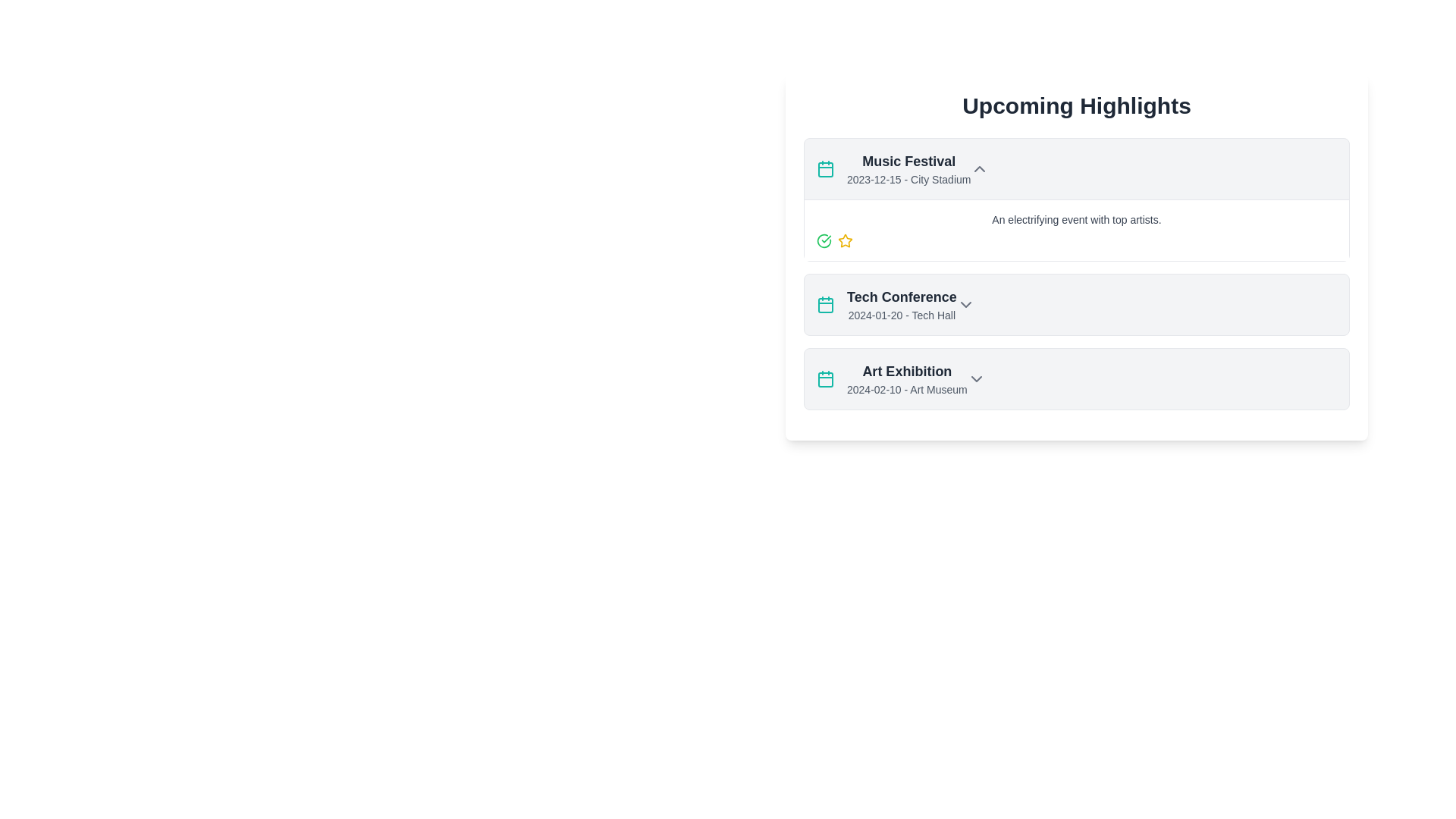 The height and width of the screenshot is (819, 1456). I want to click on the green circular icon with a checkmark in the 'Upcoming Highlights' section for the 'Music Festival' event to observe its tool-tip or visual feedback, so click(823, 240).